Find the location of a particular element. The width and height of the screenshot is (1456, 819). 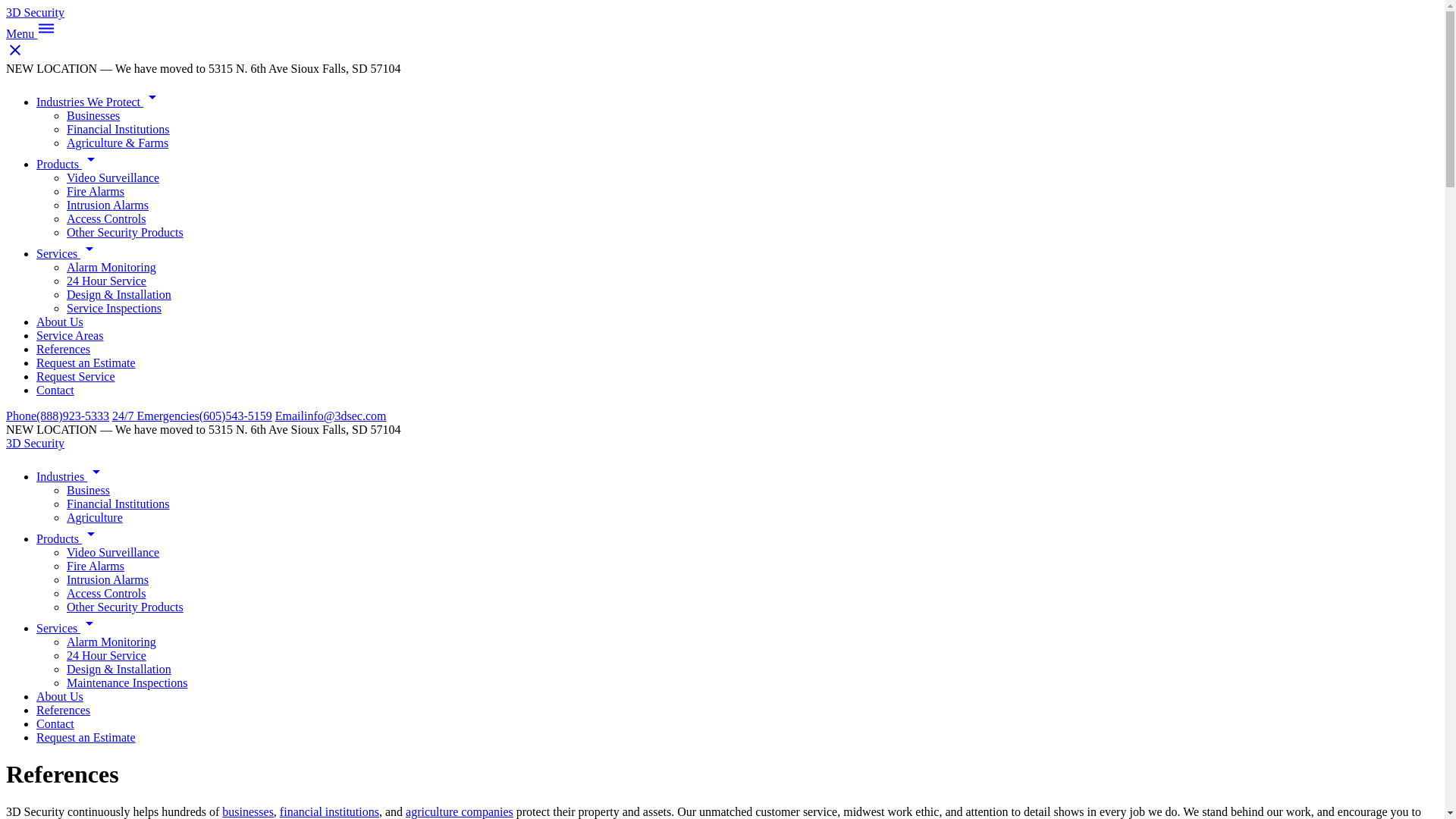

'About Us' is located at coordinates (59, 696).